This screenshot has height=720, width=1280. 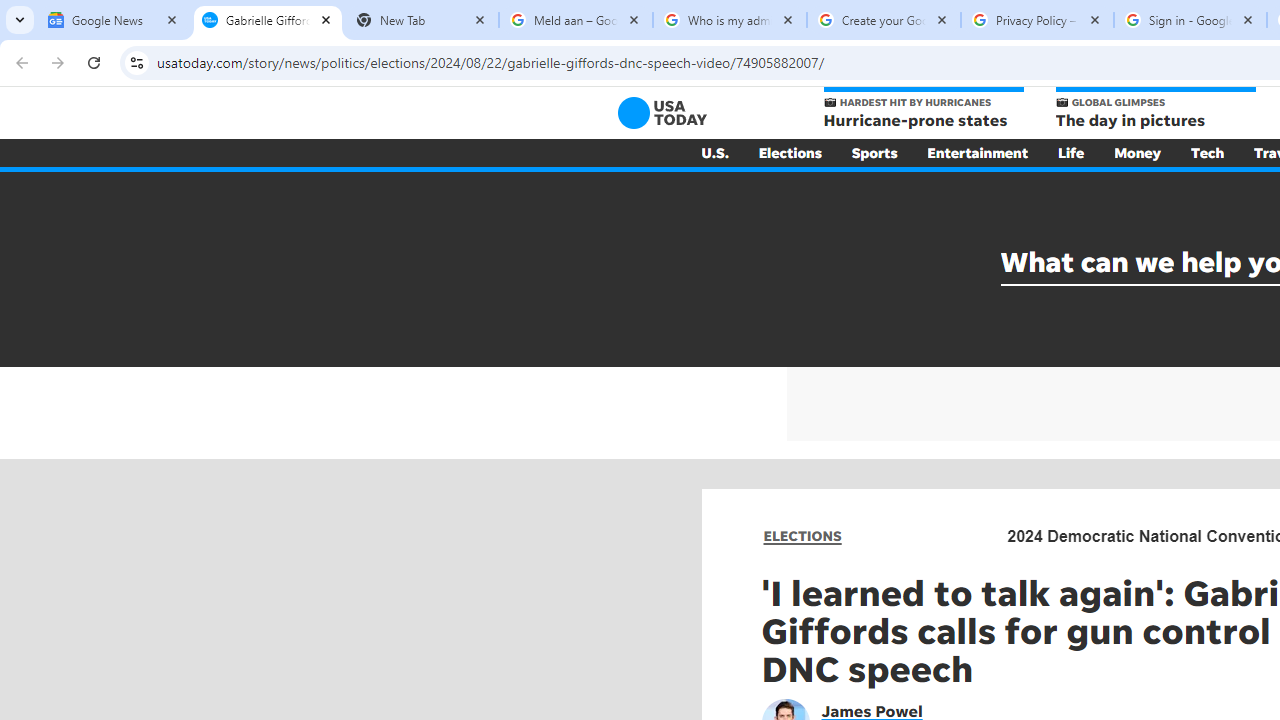 What do you see at coordinates (882, 20) in the screenshot?
I see `'Create your Google Account'` at bounding box center [882, 20].